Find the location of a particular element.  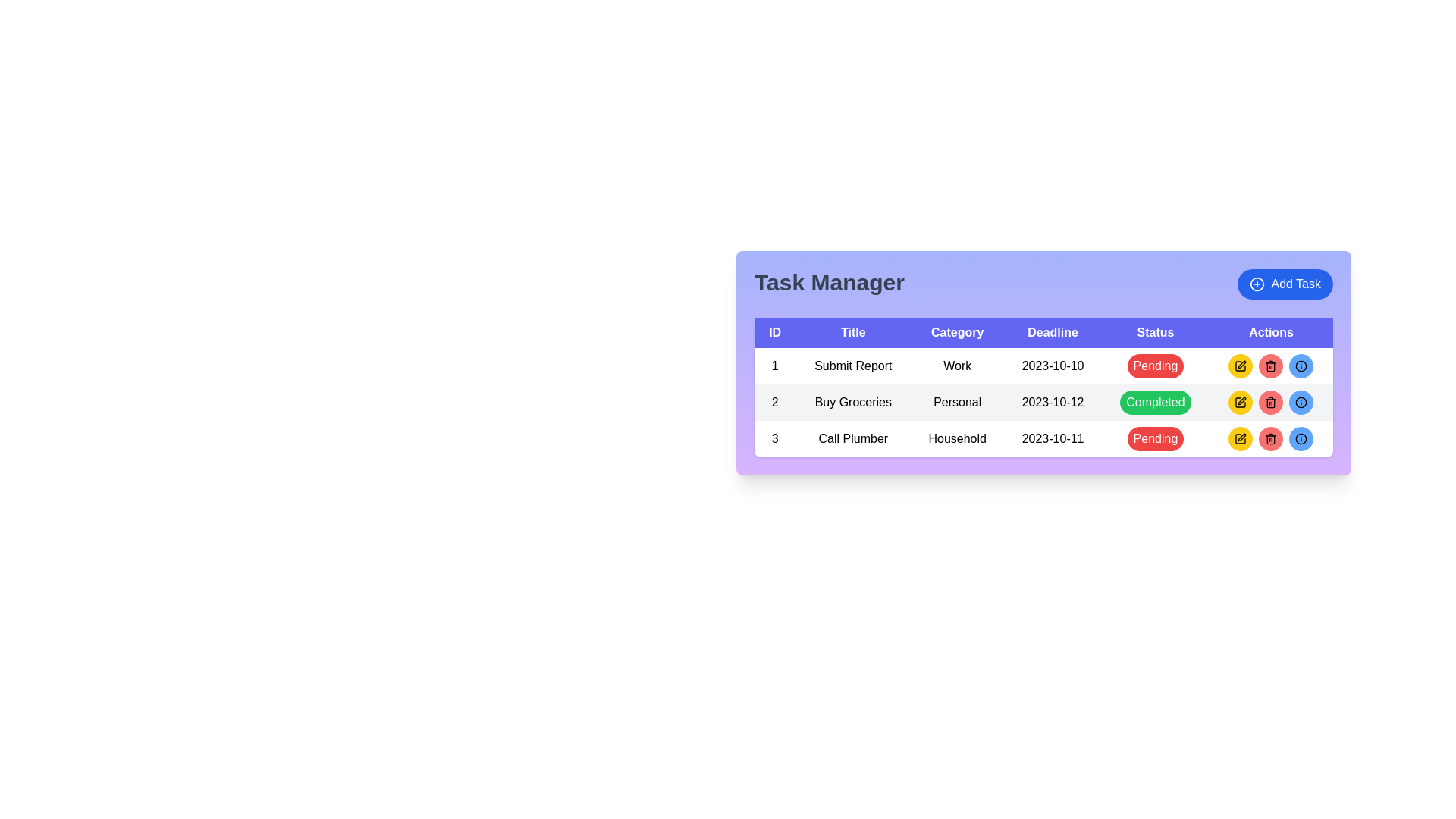

the deadline date text in the first row of the table located in the 'Deadline' column, which is the fourth cell in that row is located at coordinates (1052, 366).